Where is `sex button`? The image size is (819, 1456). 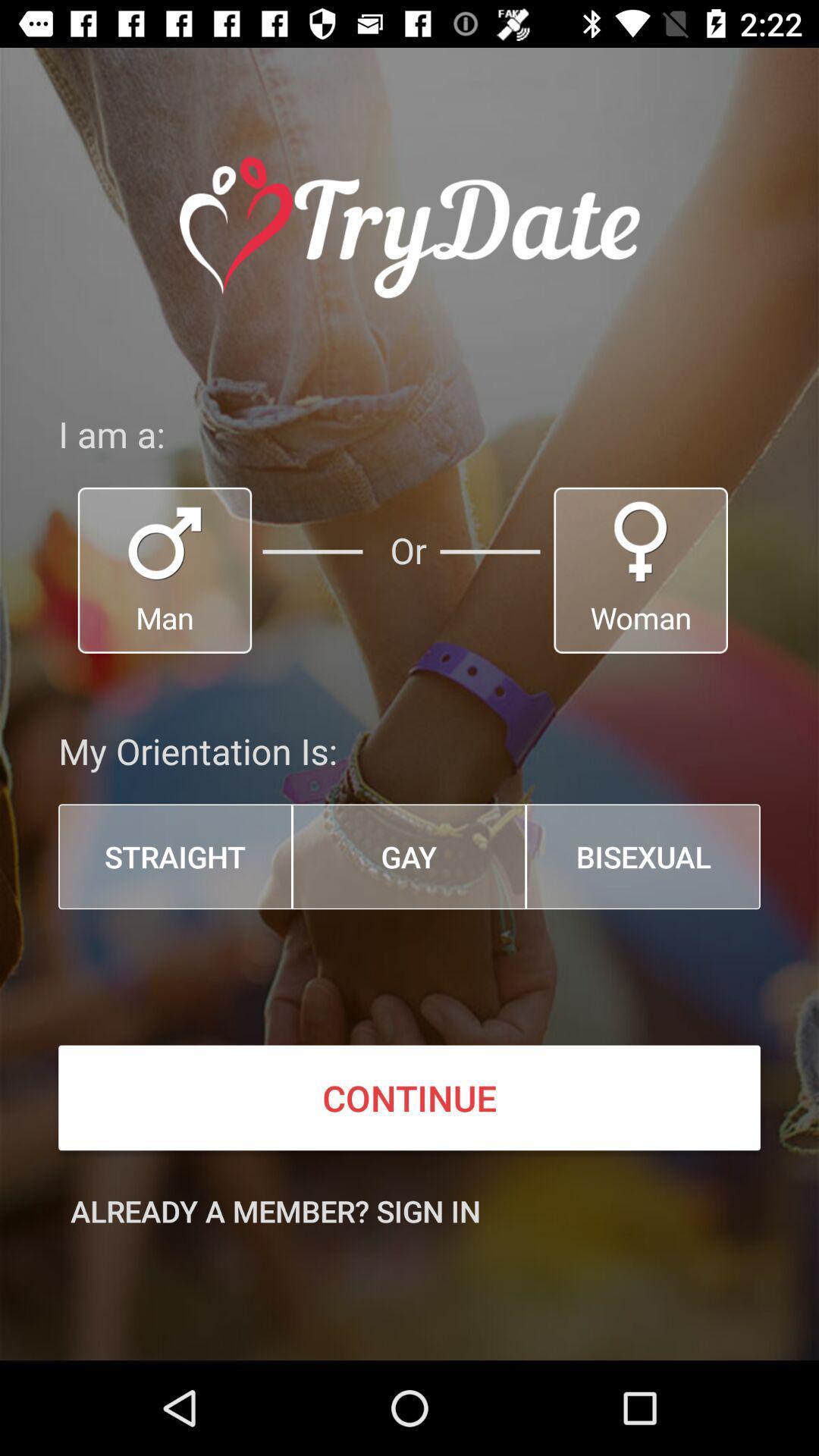
sex button is located at coordinates (165, 570).